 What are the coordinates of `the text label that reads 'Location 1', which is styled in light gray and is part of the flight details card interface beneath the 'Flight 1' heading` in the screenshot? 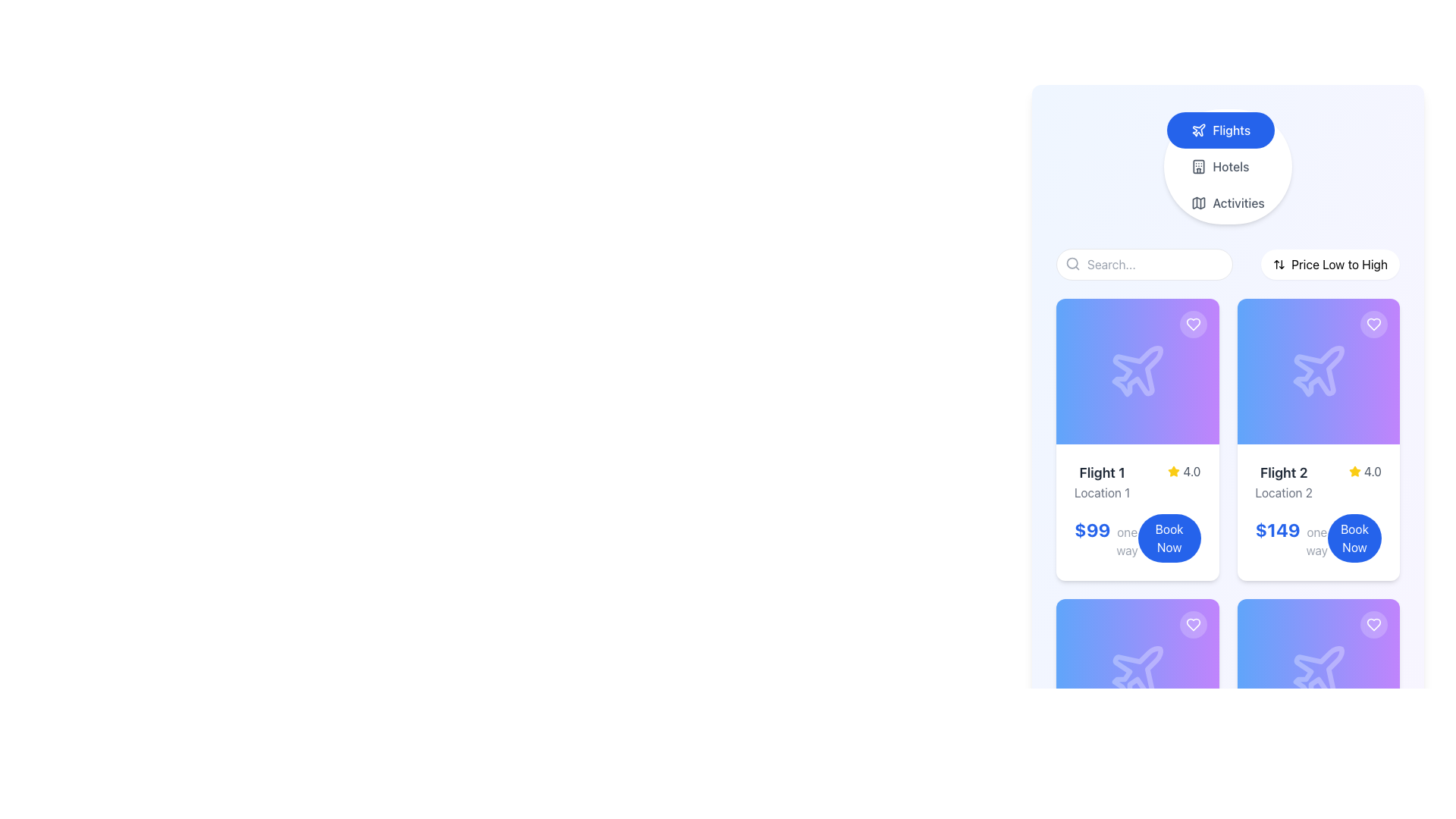 It's located at (1102, 493).